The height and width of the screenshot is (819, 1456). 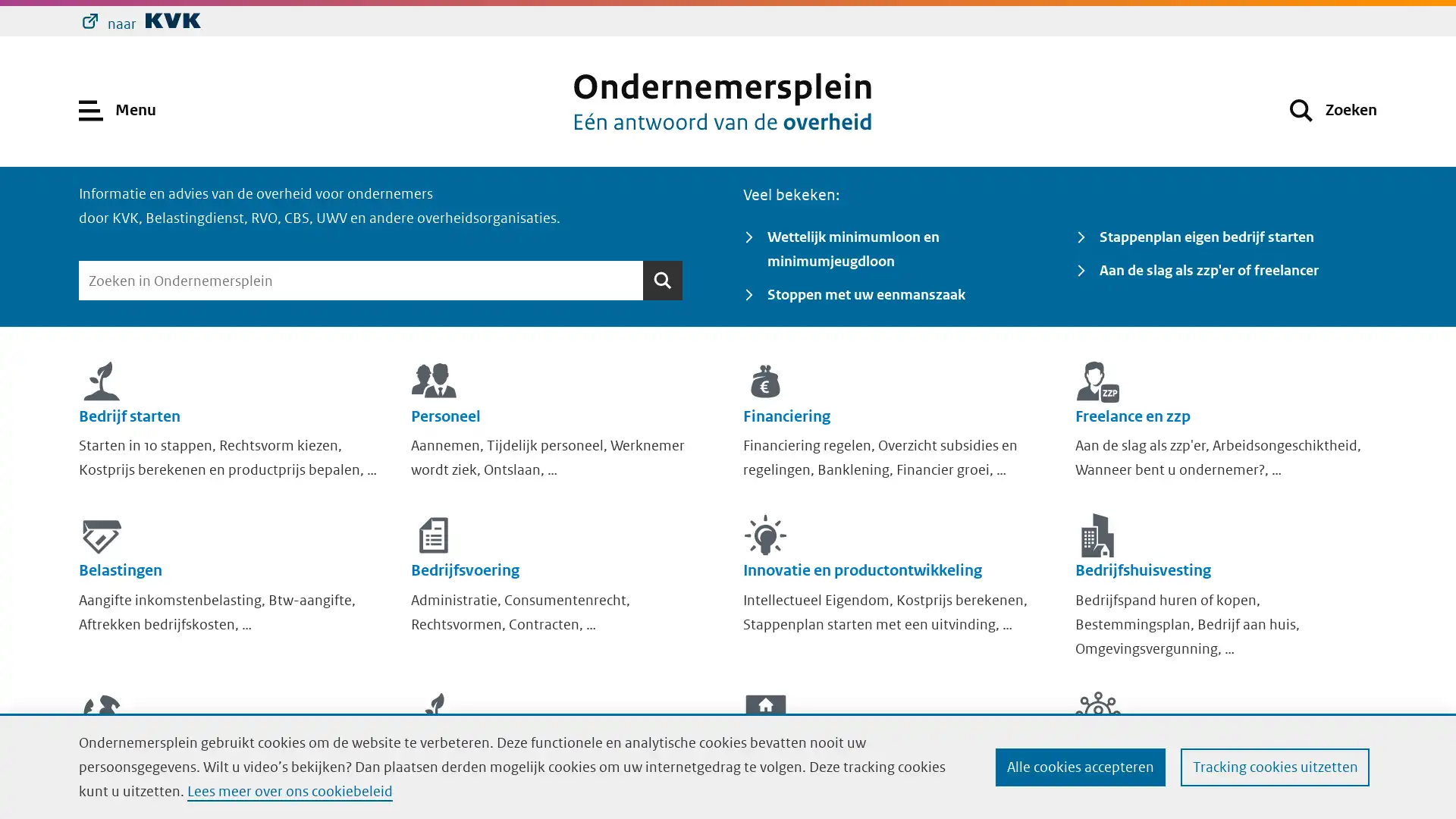 I want to click on Alle cookies accepteren, so click(x=1080, y=767).